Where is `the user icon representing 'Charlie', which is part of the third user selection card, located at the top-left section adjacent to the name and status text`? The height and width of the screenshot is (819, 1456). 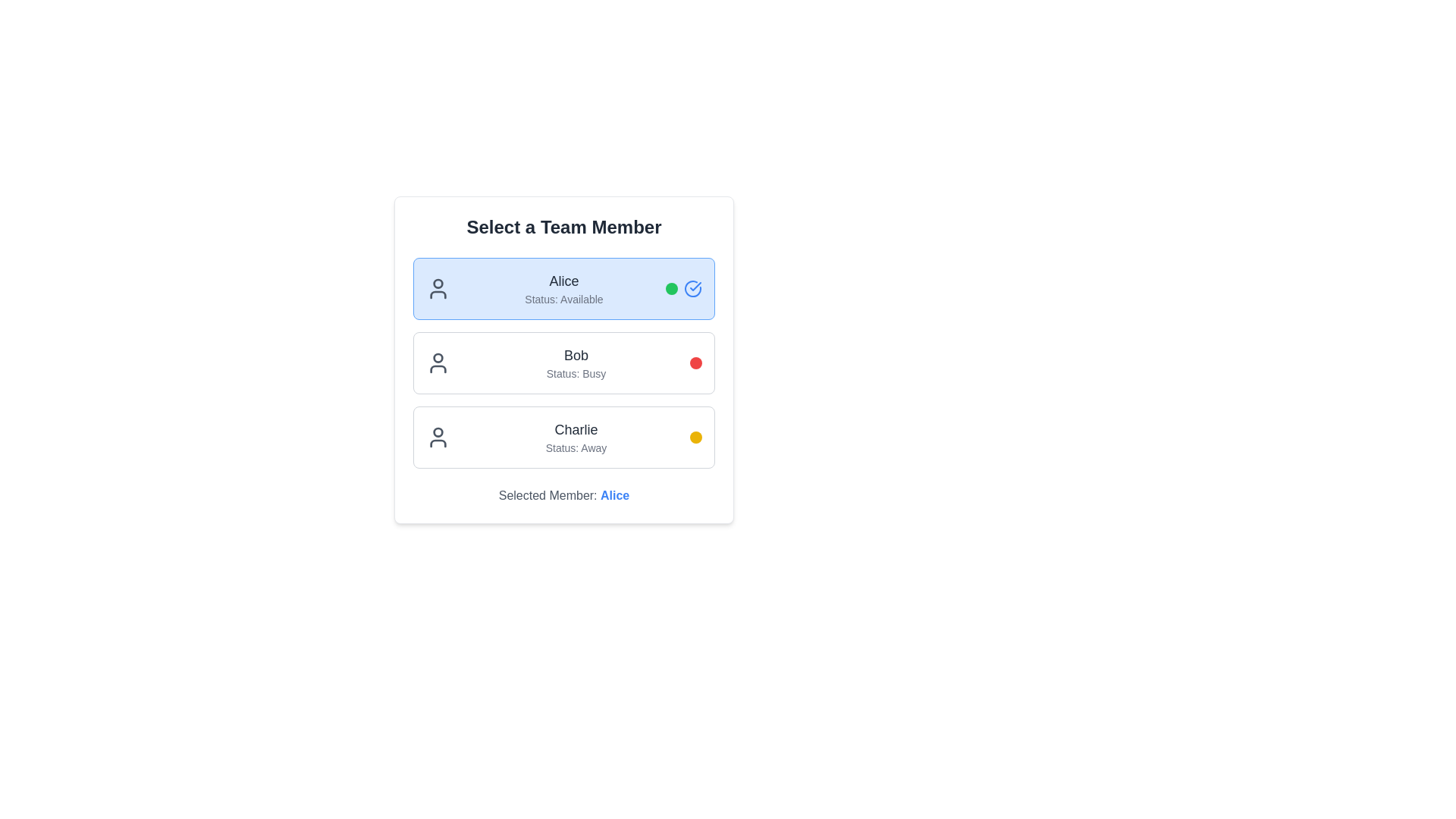
the user icon representing 'Charlie', which is part of the third user selection card, located at the top-left section adjacent to the name and status text is located at coordinates (437, 444).